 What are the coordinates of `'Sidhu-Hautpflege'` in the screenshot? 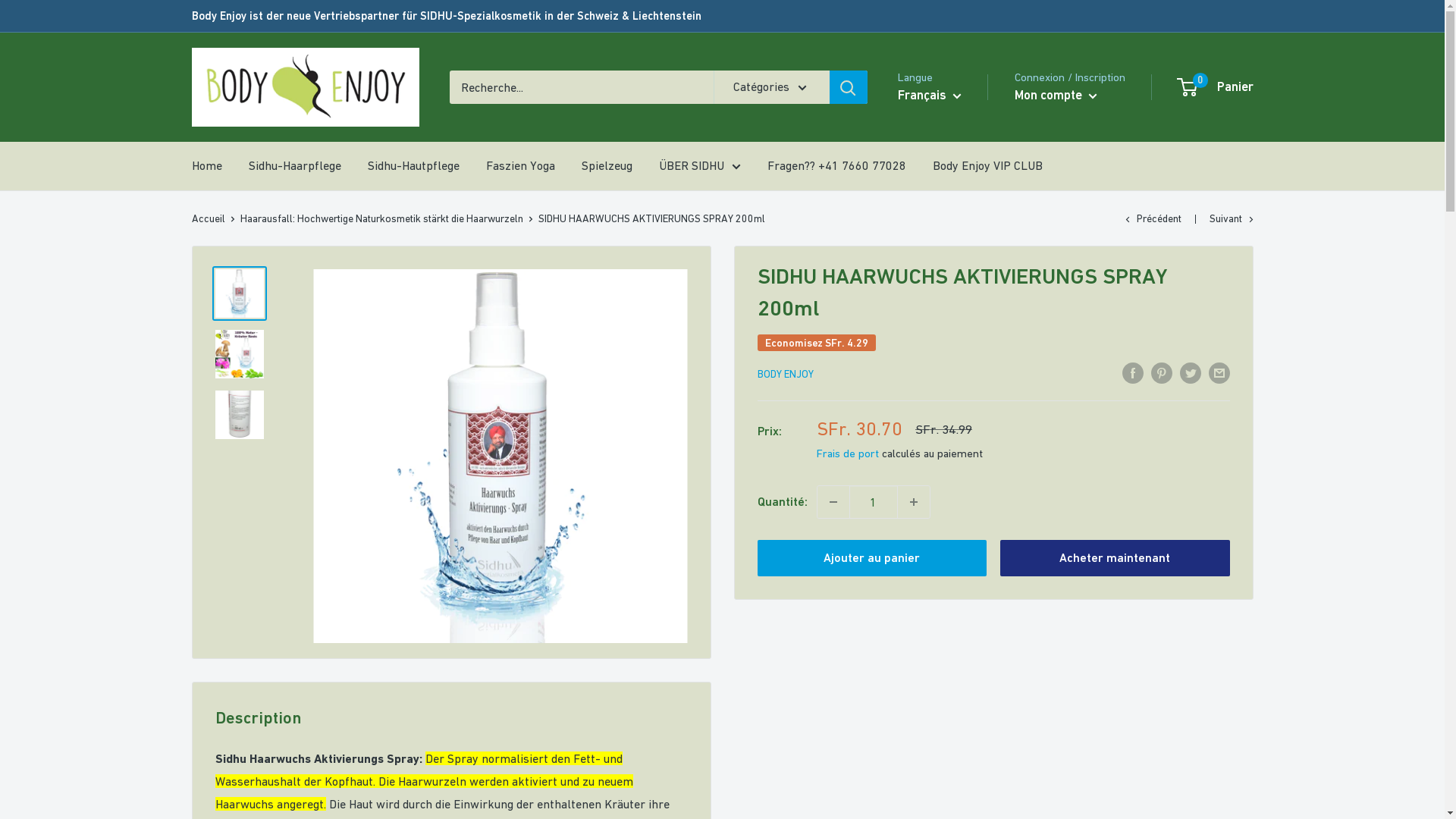 It's located at (413, 166).